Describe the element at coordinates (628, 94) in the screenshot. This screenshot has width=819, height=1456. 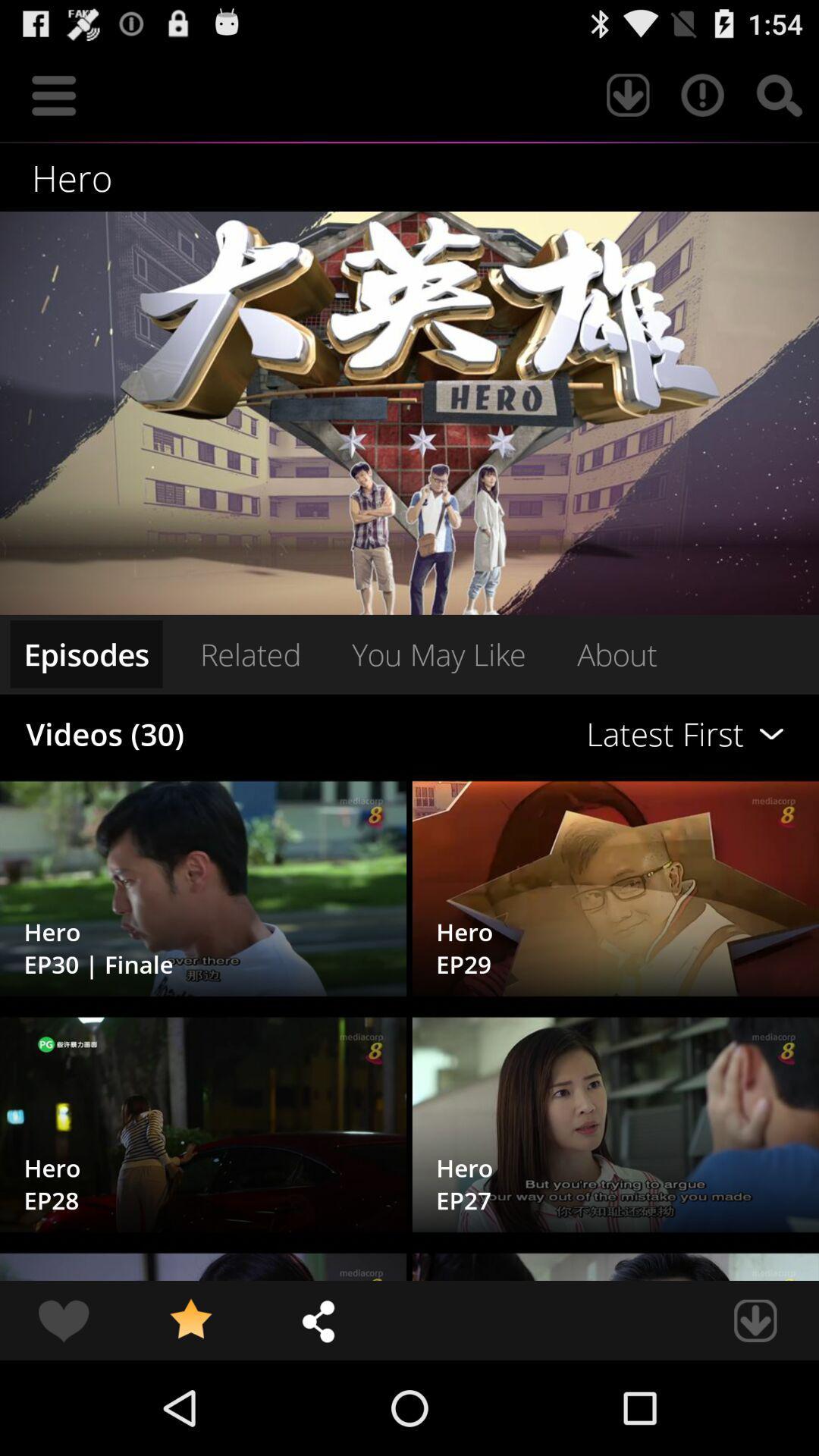
I see `the item above hero item` at that location.